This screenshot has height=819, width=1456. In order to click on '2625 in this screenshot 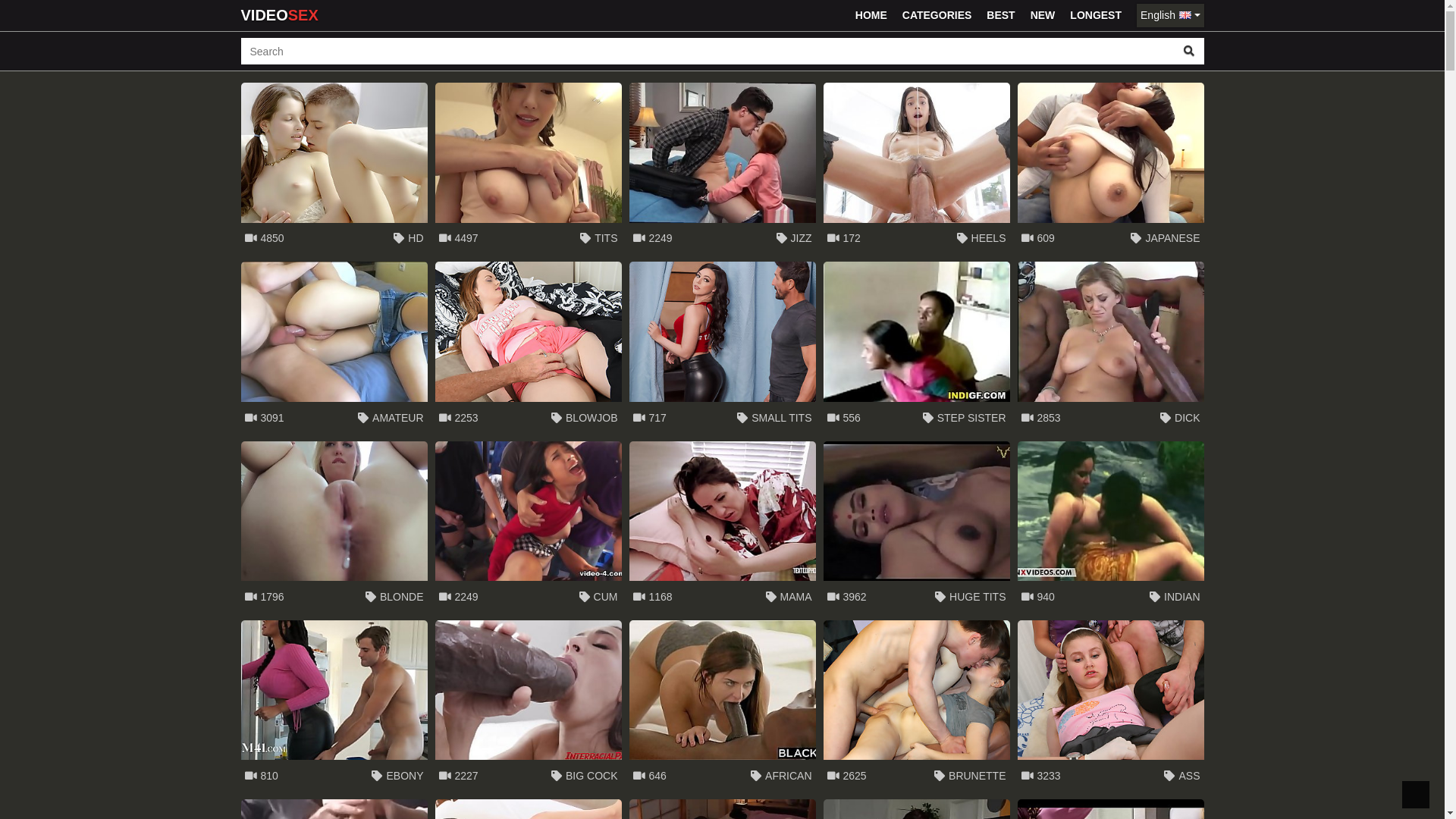, I will do `click(916, 705)`.